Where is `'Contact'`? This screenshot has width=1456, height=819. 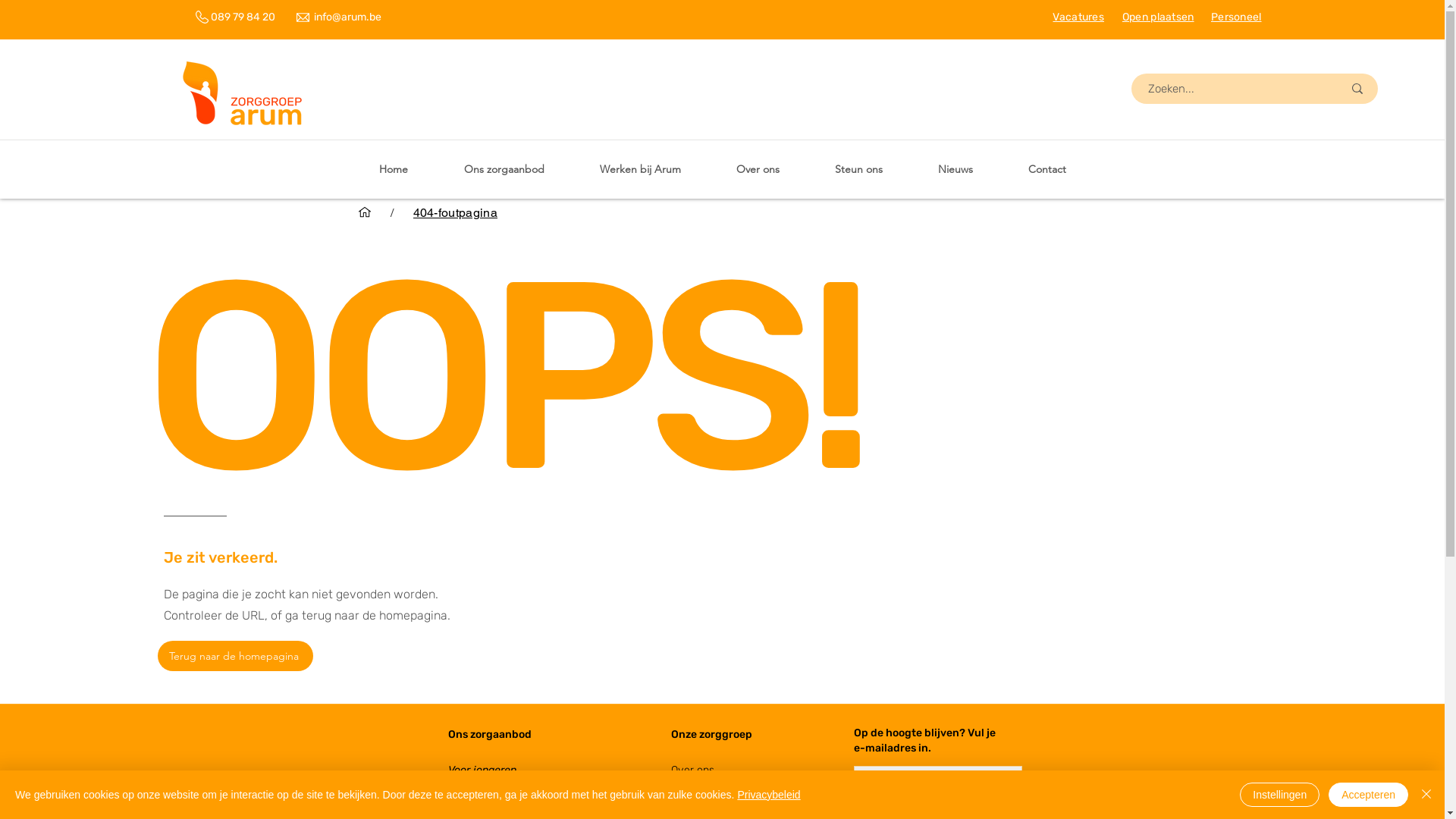 'Contact' is located at coordinates (1046, 169).